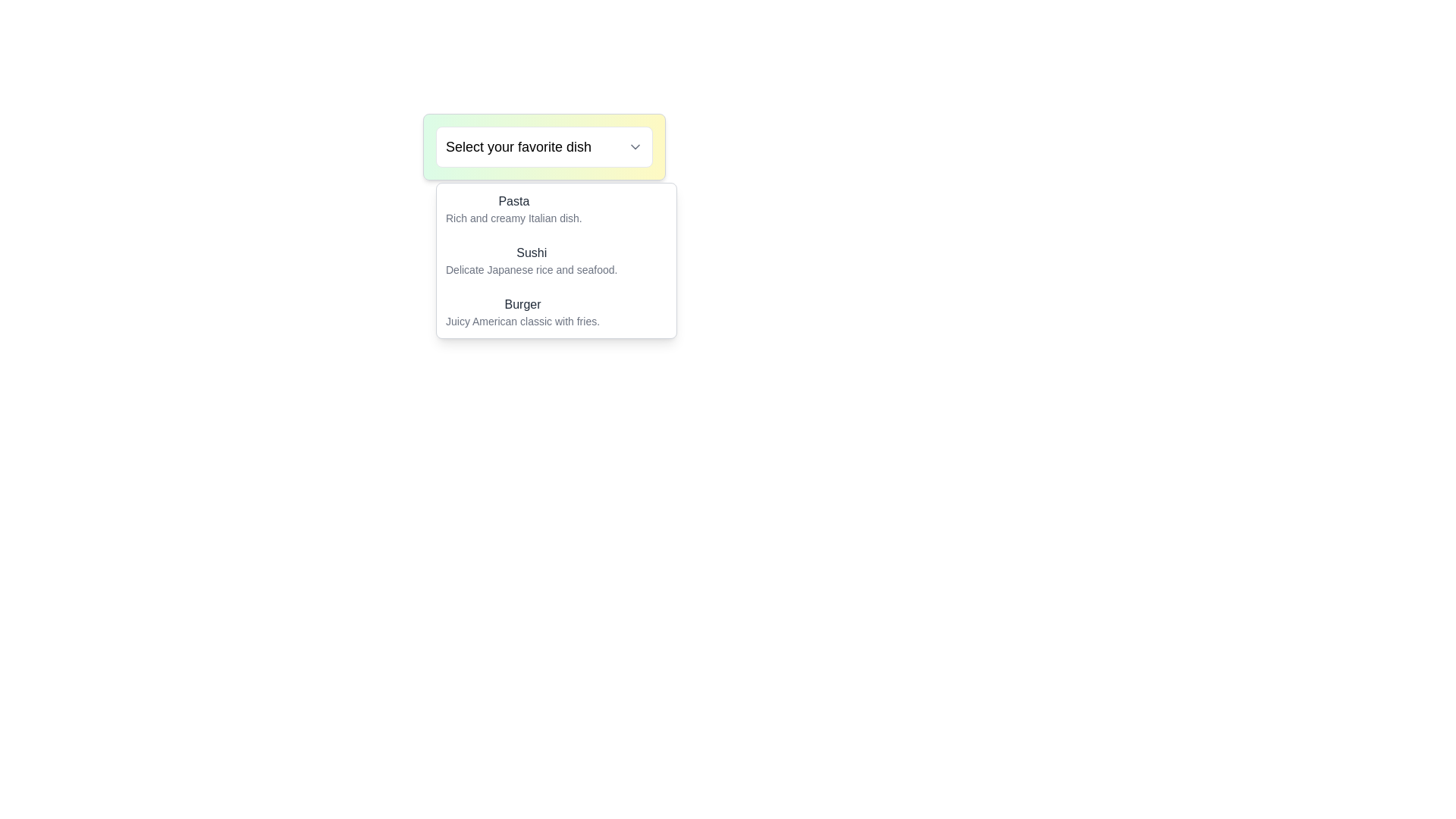 The height and width of the screenshot is (819, 1456). Describe the element at coordinates (556, 209) in the screenshot. I see `the 'Pasta' option in the dropdown menu, which is the first item directly below the 'Select your favorite dish.' trigger` at that location.